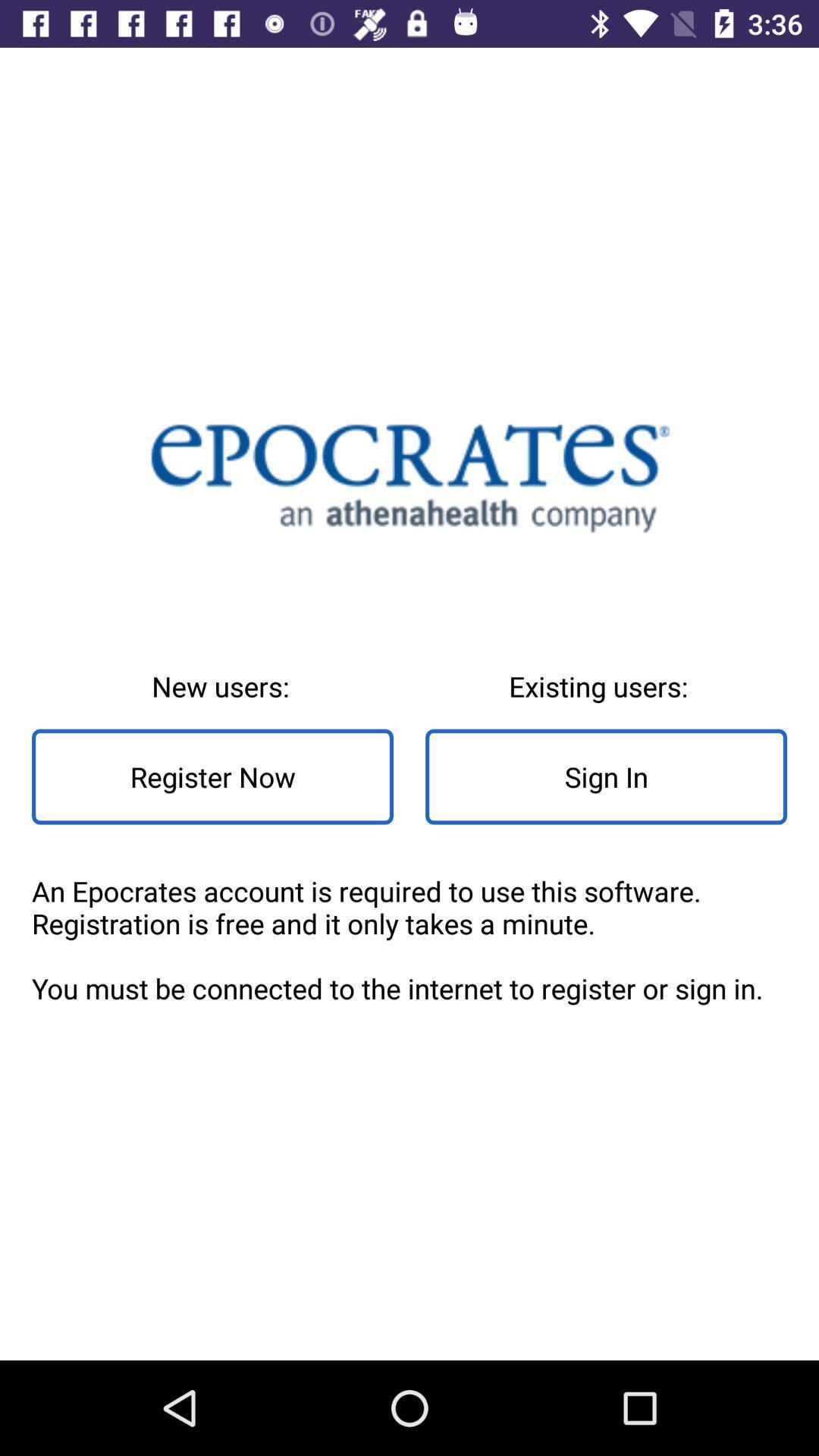 Image resolution: width=819 pixels, height=1456 pixels. What do you see at coordinates (212, 777) in the screenshot?
I see `the item next to the existing users: icon` at bounding box center [212, 777].